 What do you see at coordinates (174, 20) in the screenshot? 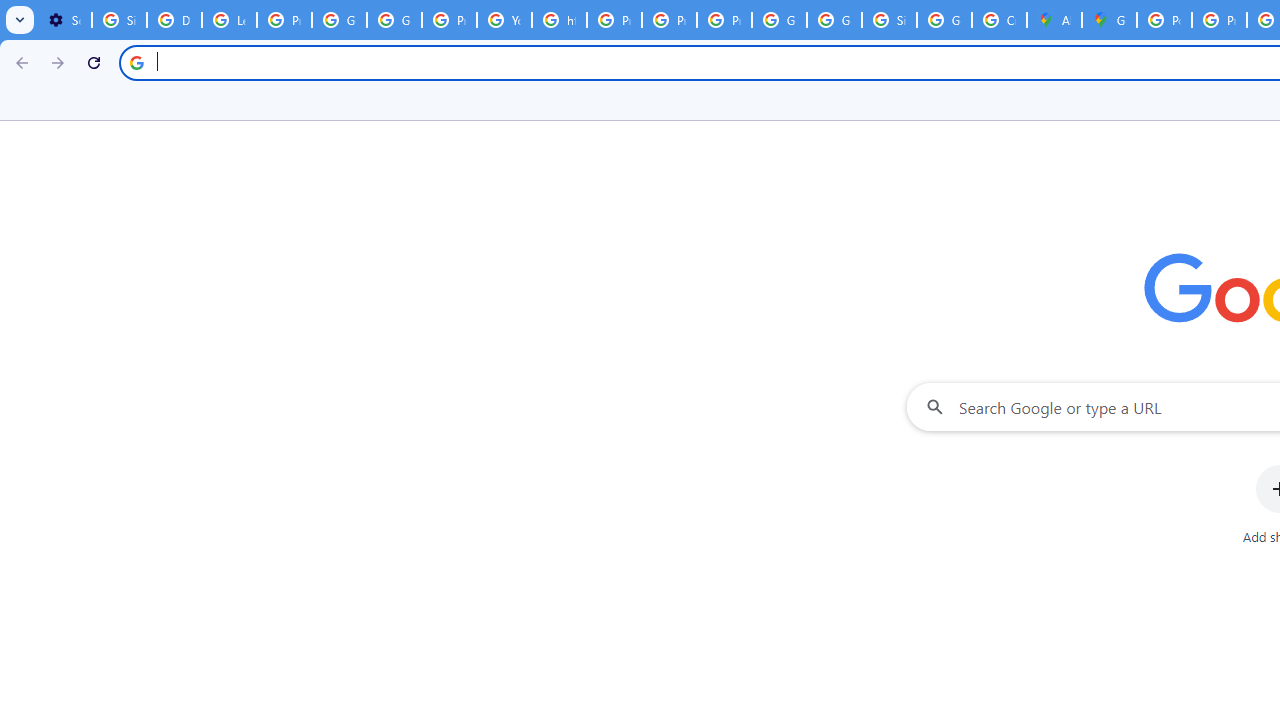
I see `'Delete photos & videos - Computer - Google Photos Help'` at bounding box center [174, 20].